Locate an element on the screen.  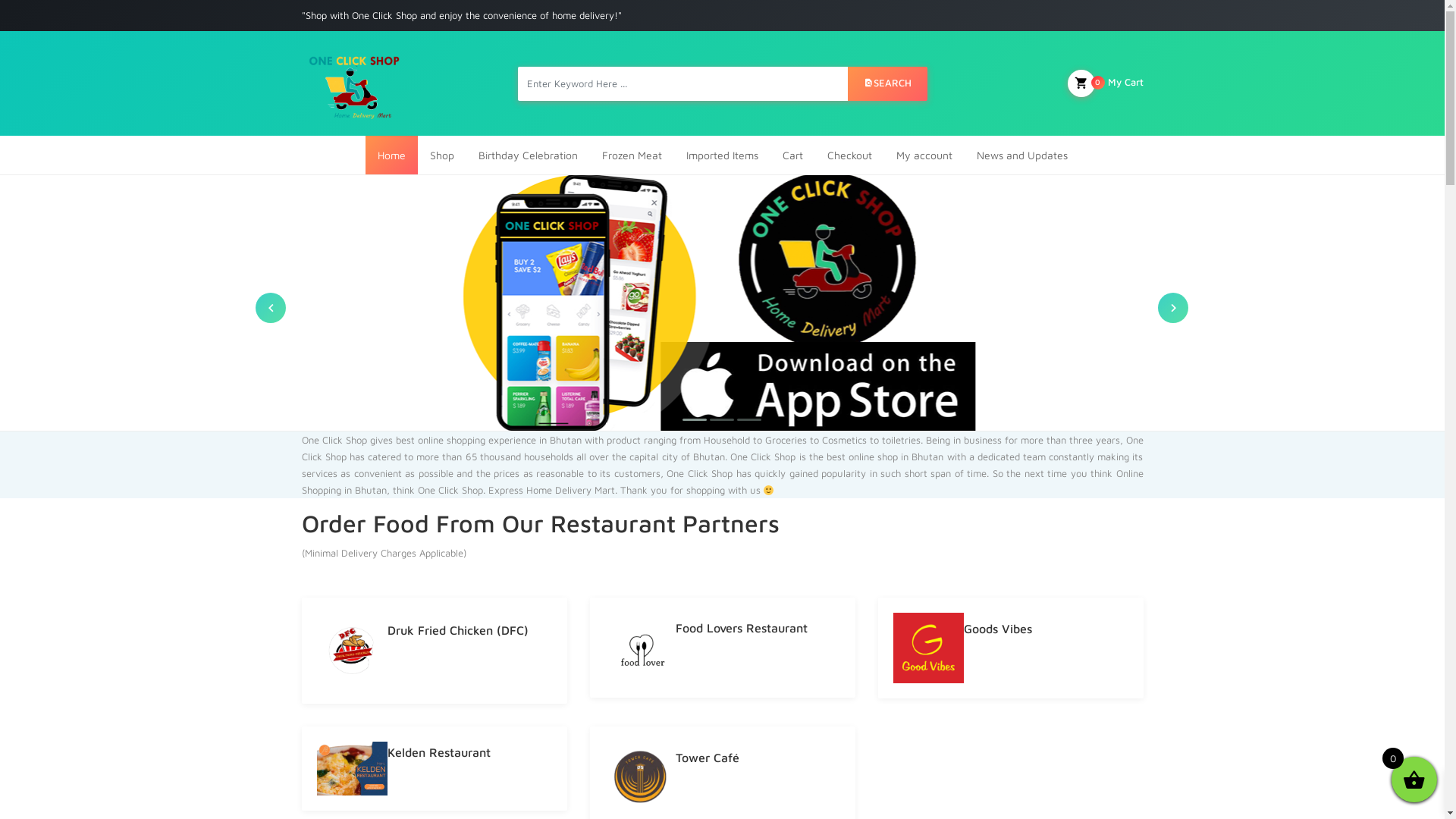
'Cart' is located at coordinates (770, 155).